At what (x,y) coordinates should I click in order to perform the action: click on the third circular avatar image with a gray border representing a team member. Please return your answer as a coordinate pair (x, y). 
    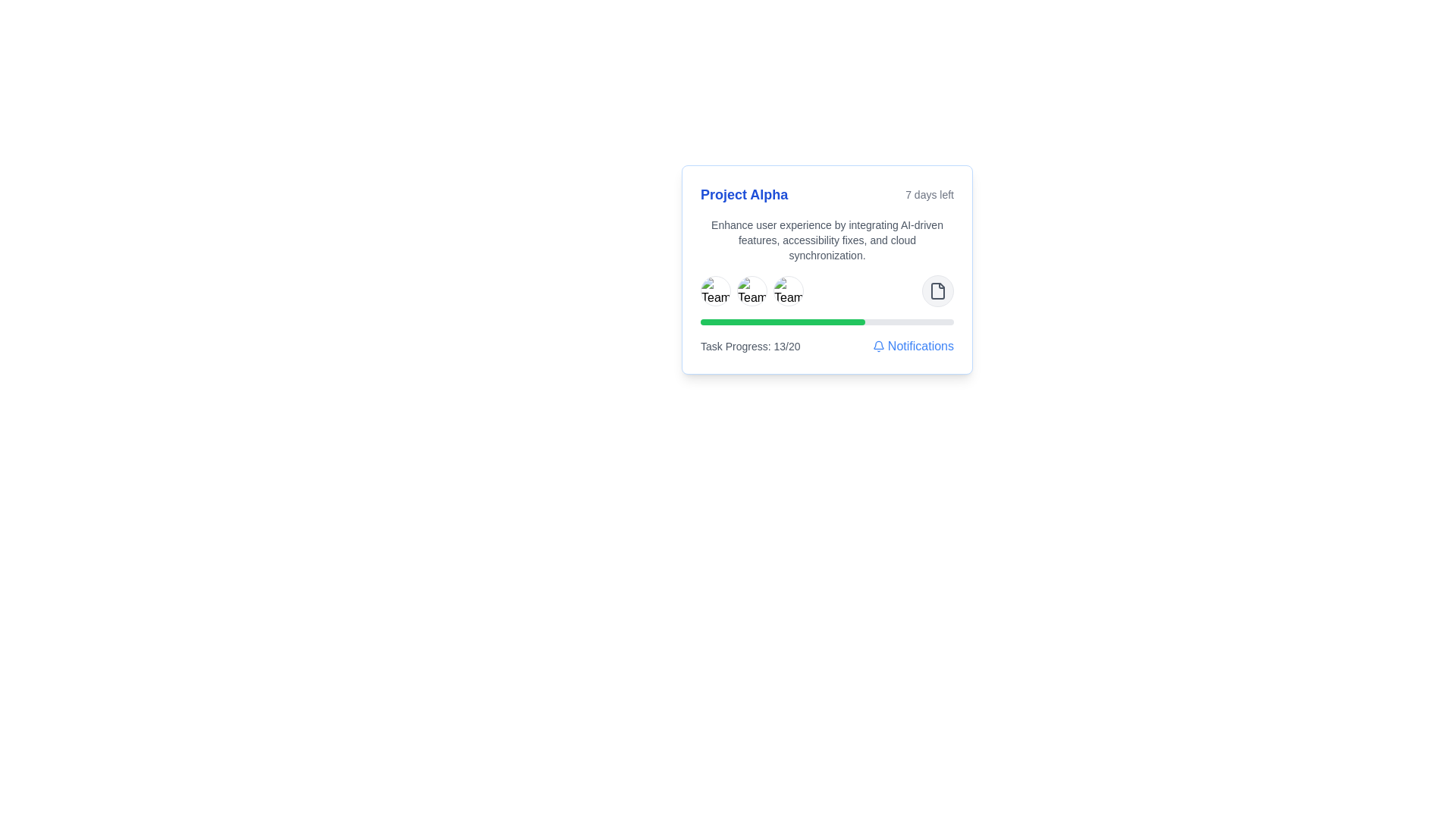
    Looking at the image, I should click on (789, 291).